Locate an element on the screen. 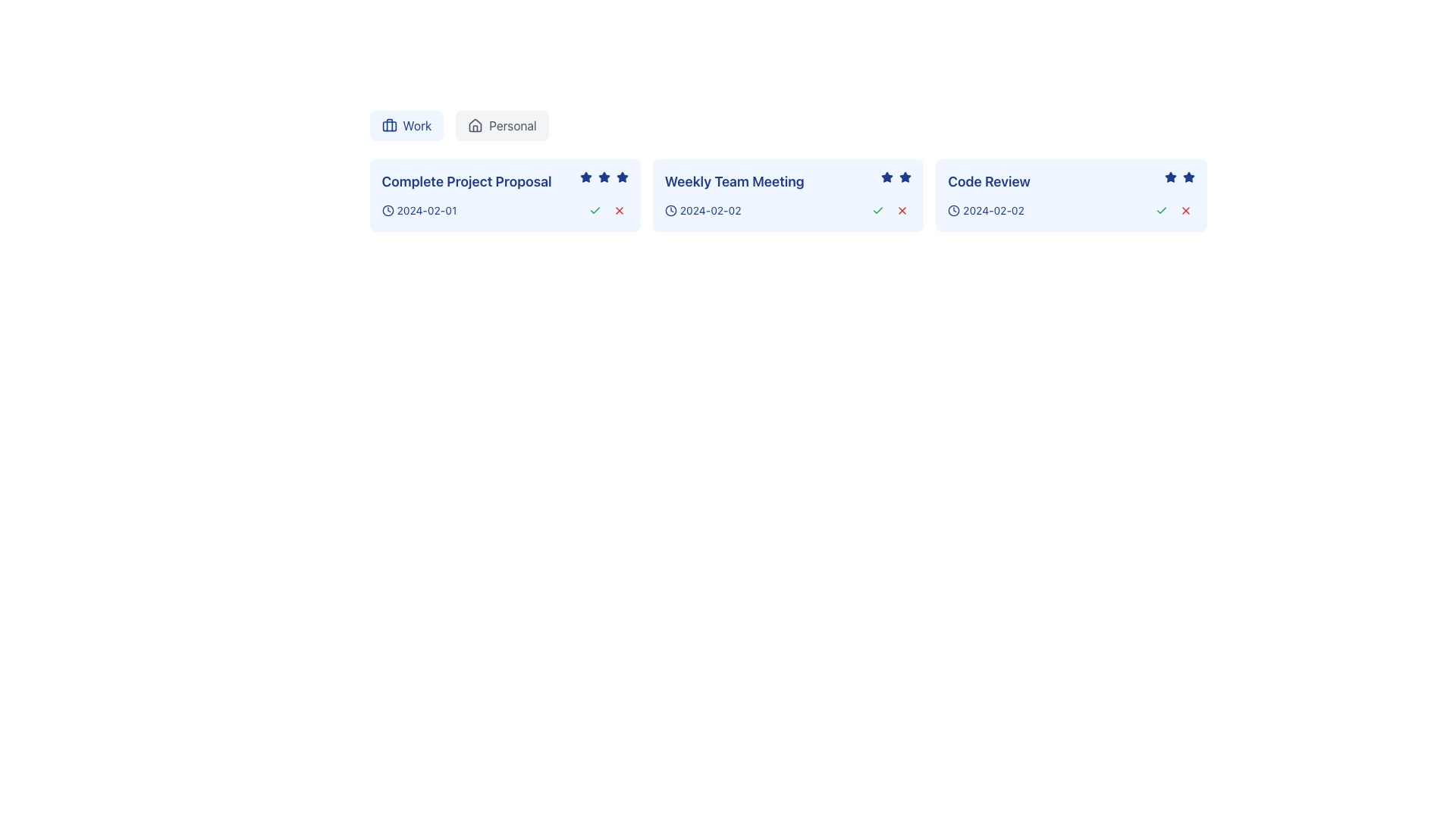  the text label reading 'Complete Project Proposal' is located at coordinates (466, 180).